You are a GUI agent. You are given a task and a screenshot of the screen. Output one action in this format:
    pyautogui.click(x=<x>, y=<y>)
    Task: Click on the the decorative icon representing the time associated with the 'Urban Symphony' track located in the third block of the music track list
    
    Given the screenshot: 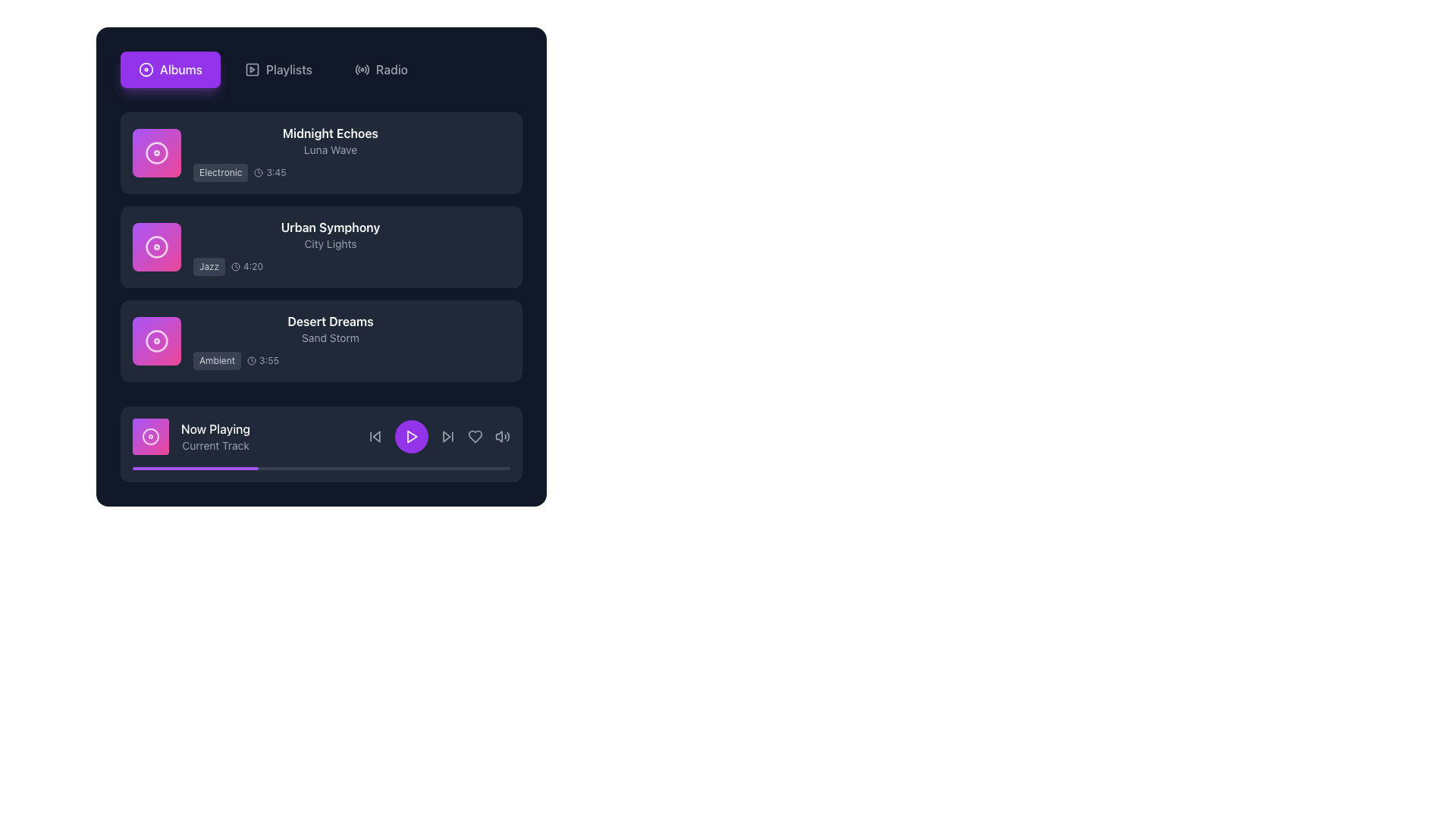 What is the action you would take?
    pyautogui.click(x=235, y=265)
    